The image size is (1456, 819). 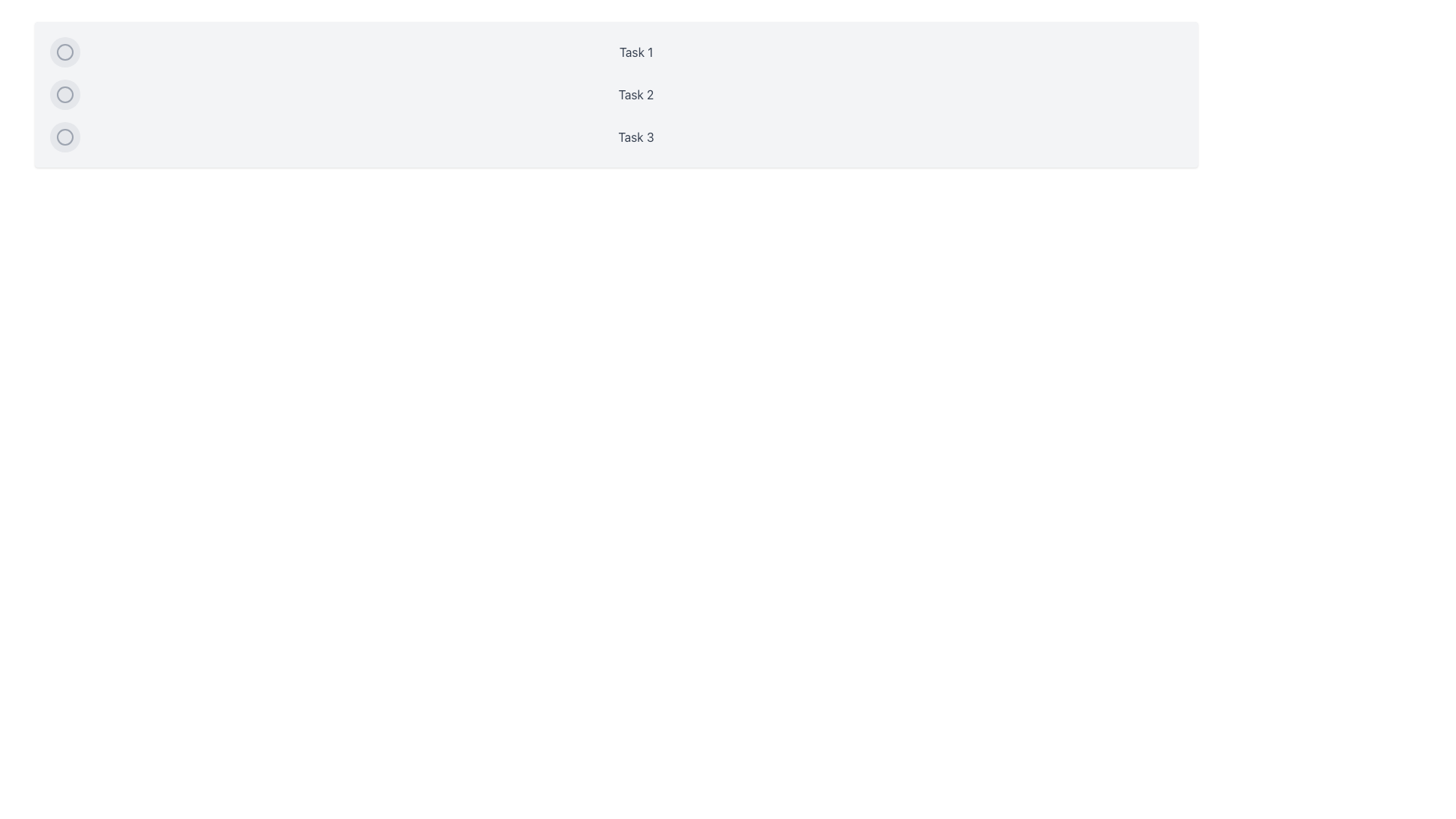 I want to click on the circular button with a gray background located to the left of the text 'Task 2' to trigger its visual effect, so click(x=64, y=94).